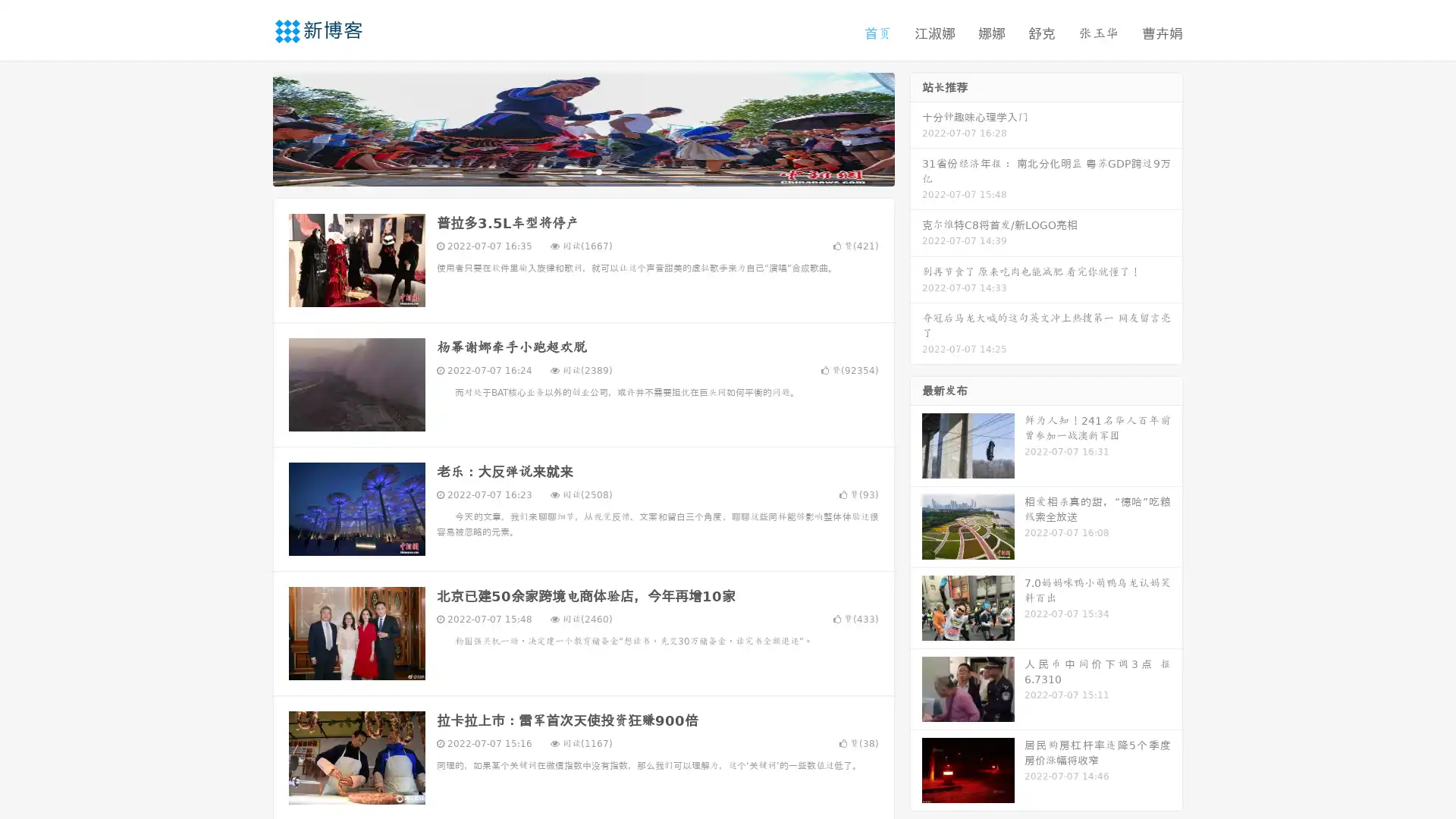 Image resolution: width=1456 pixels, height=819 pixels. I want to click on Go to slide 1, so click(567, 171).